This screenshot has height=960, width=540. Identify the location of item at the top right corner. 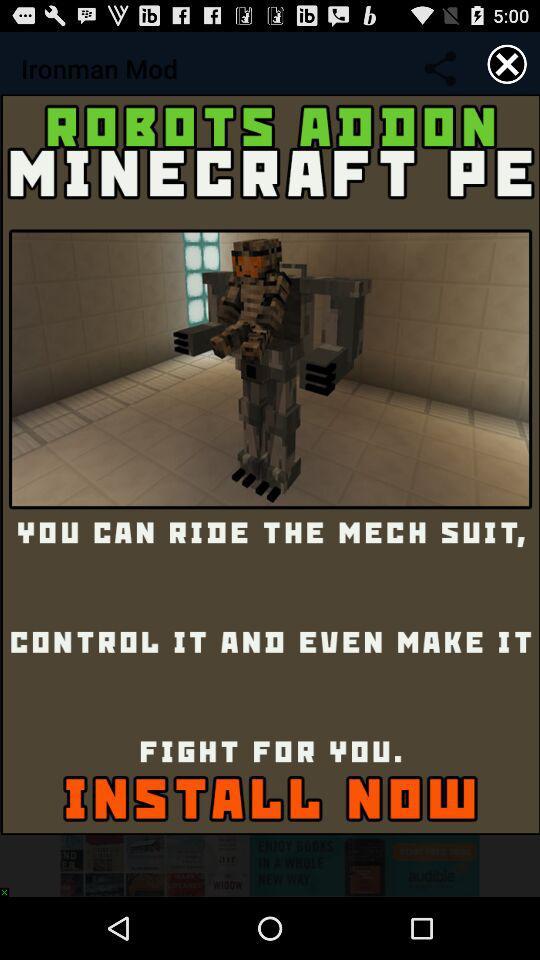
(507, 64).